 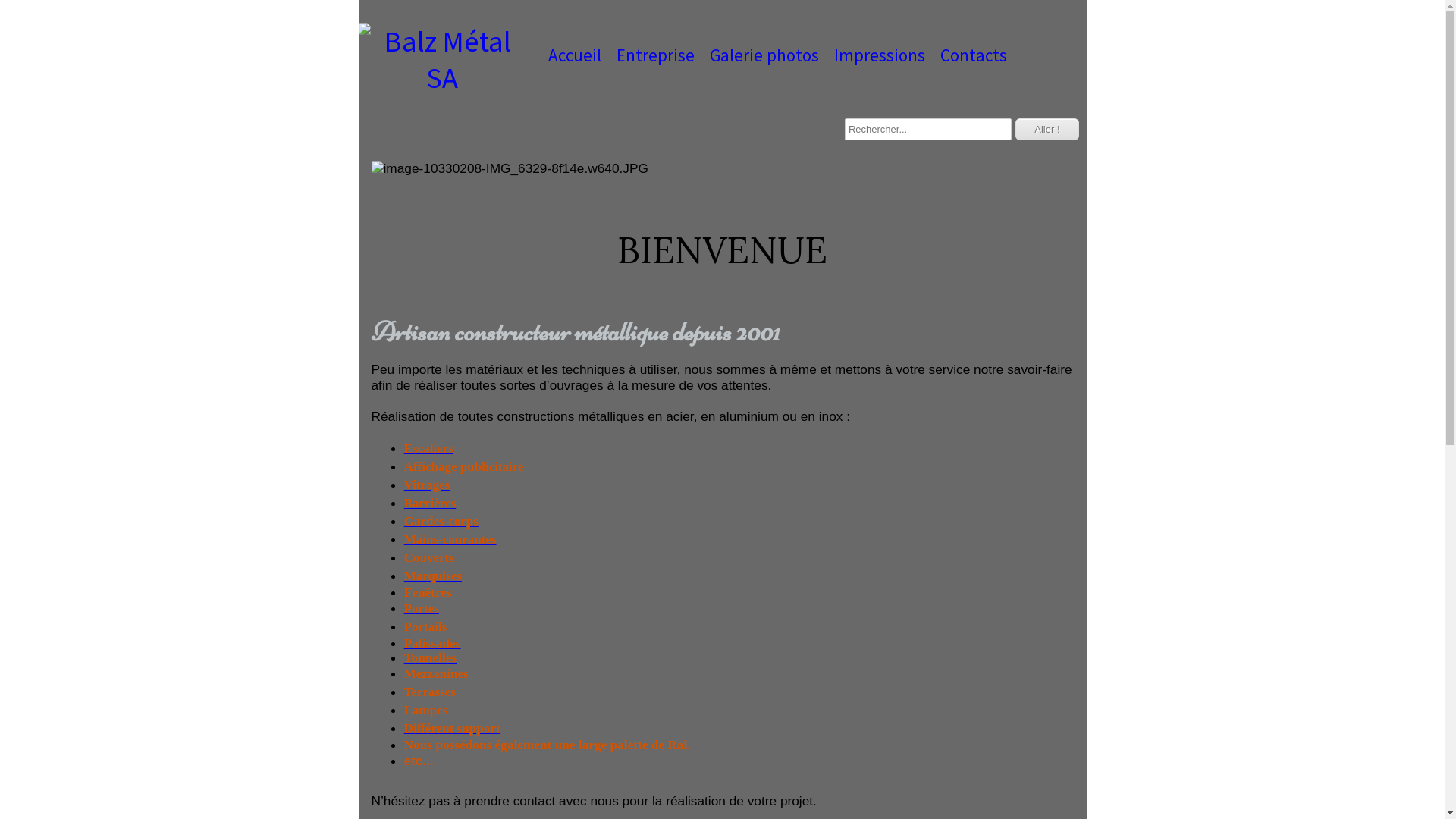 I want to click on 'Couverts', so click(x=428, y=557).